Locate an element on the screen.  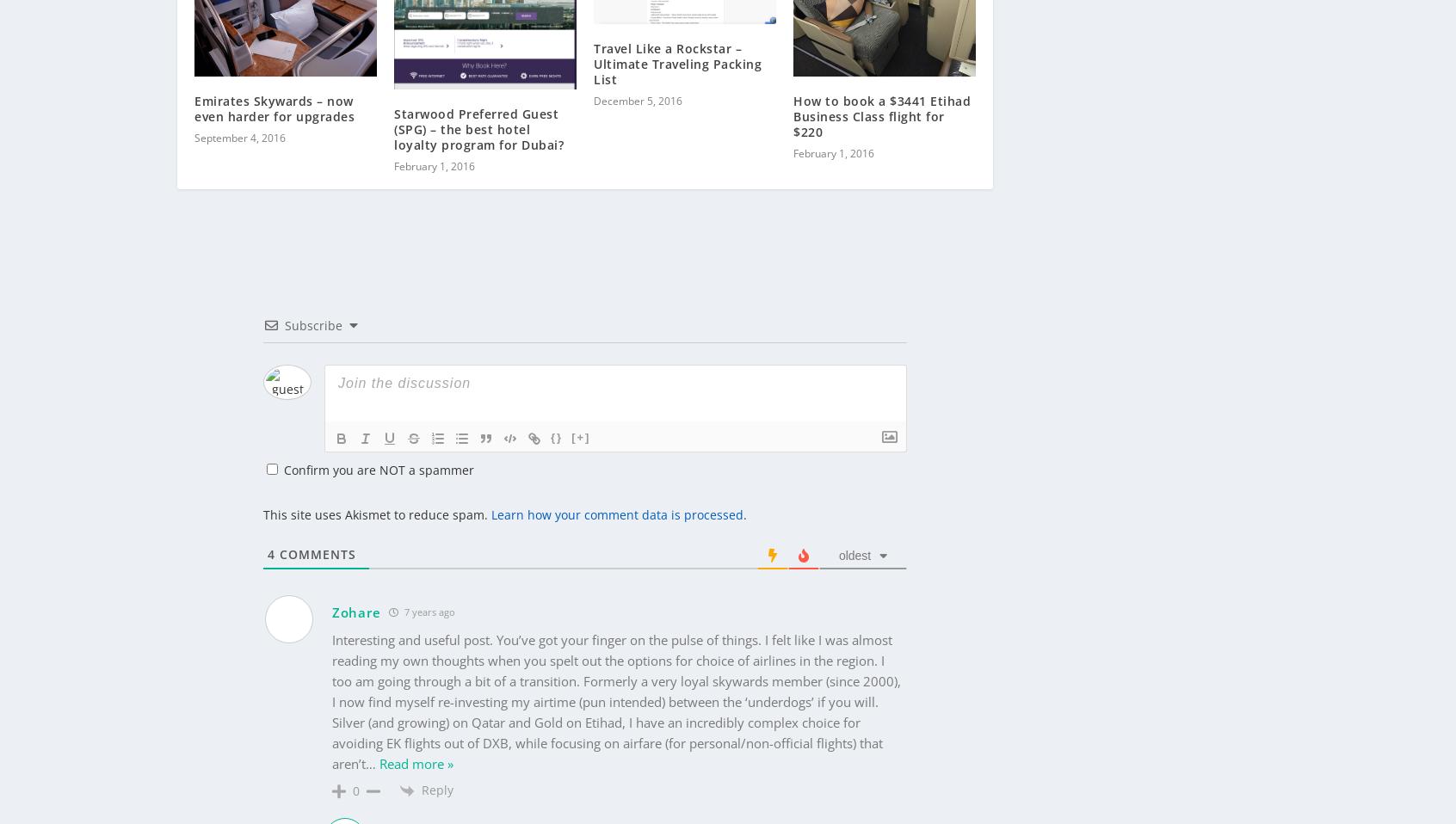
'December 5, 2016' is located at coordinates (637, 73).